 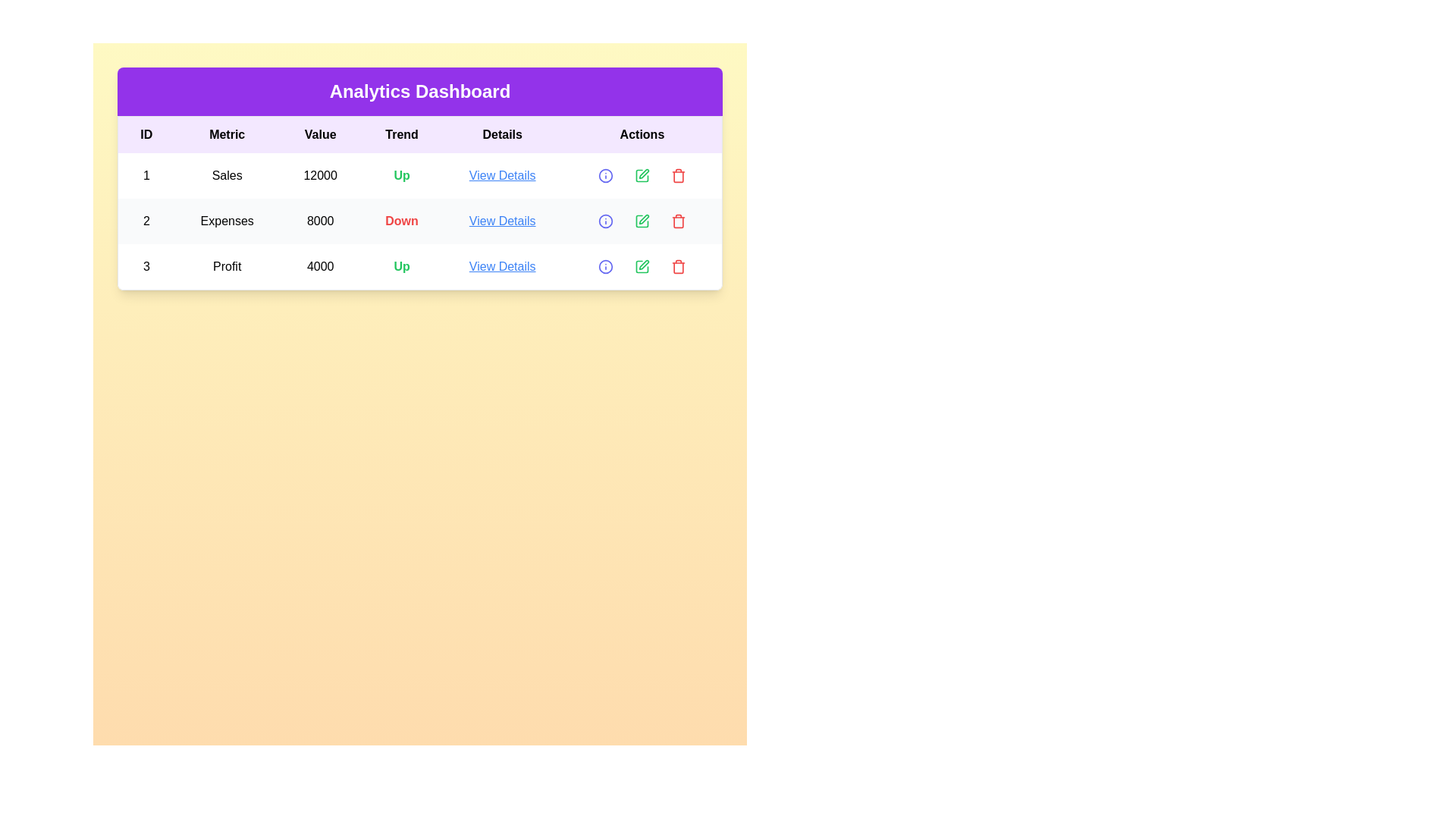 What do you see at coordinates (226, 265) in the screenshot?
I see `the 'Profit' text label located in the 'Metric' column of the third row in the table, which is centered and aligned with other similar labels` at bounding box center [226, 265].